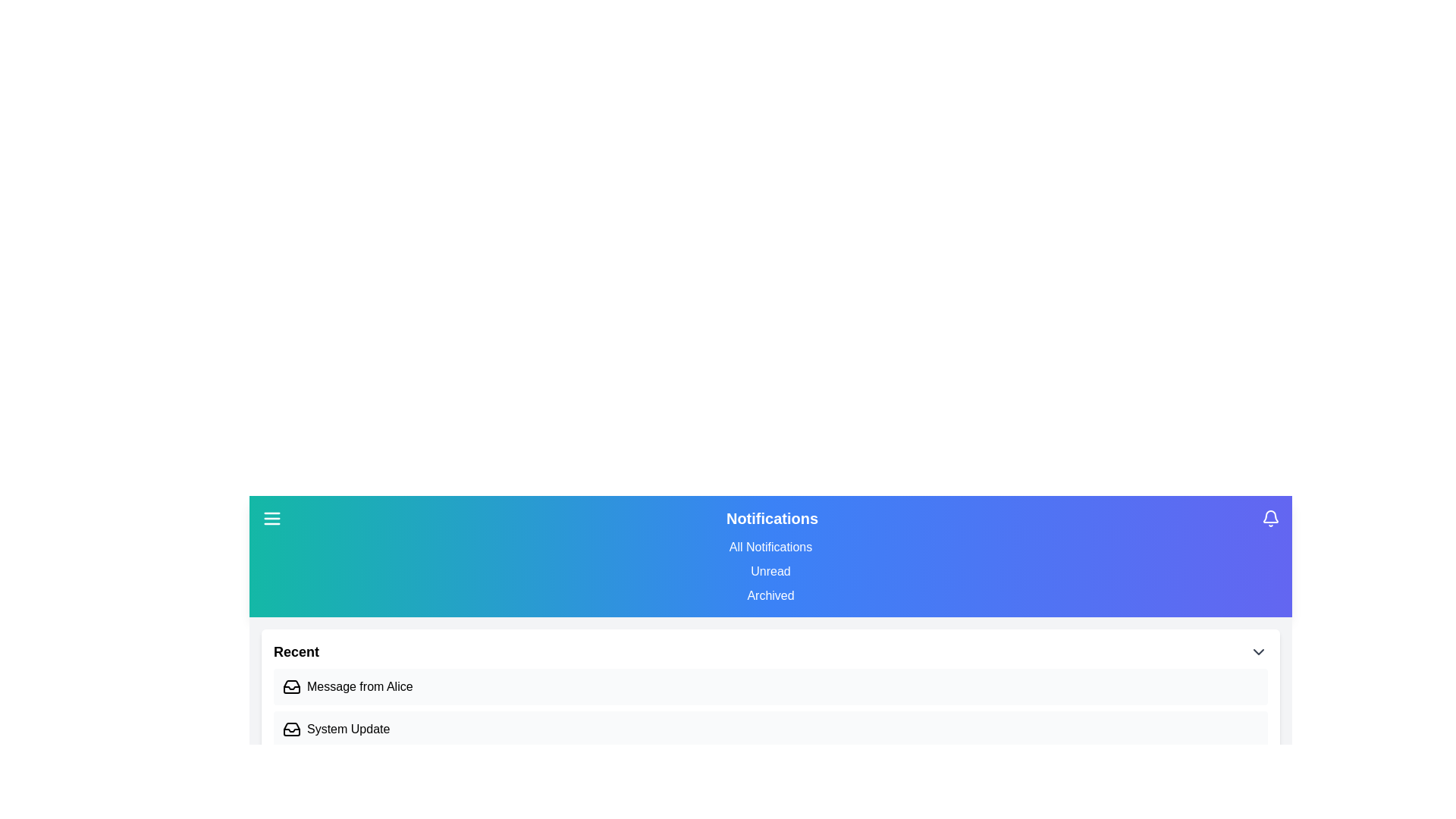 The width and height of the screenshot is (1456, 819). I want to click on the bell icon in the header to simulate a notification-related action, so click(1270, 517).